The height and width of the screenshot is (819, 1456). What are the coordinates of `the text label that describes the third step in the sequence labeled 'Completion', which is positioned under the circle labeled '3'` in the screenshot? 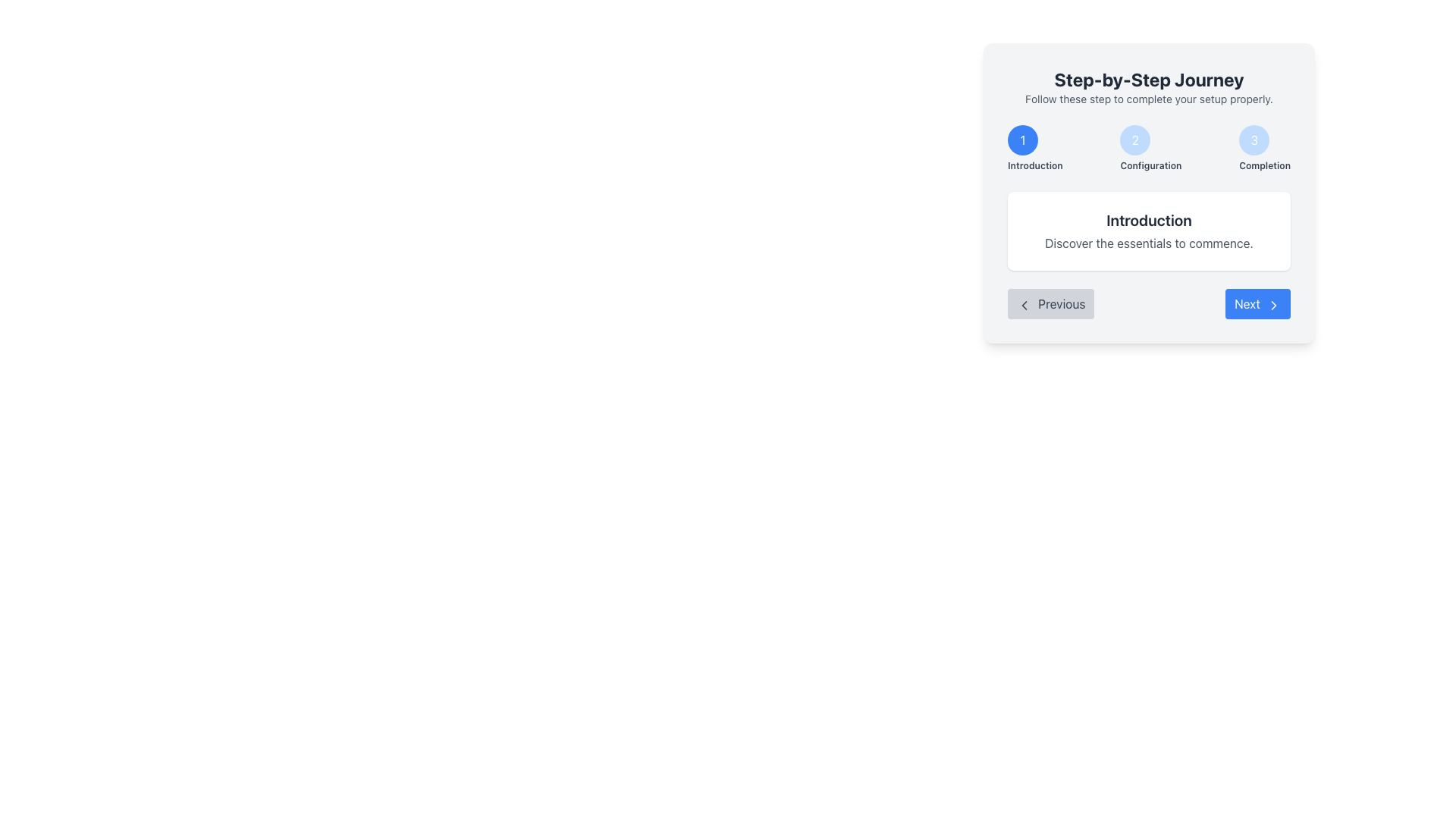 It's located at (1265, 165).